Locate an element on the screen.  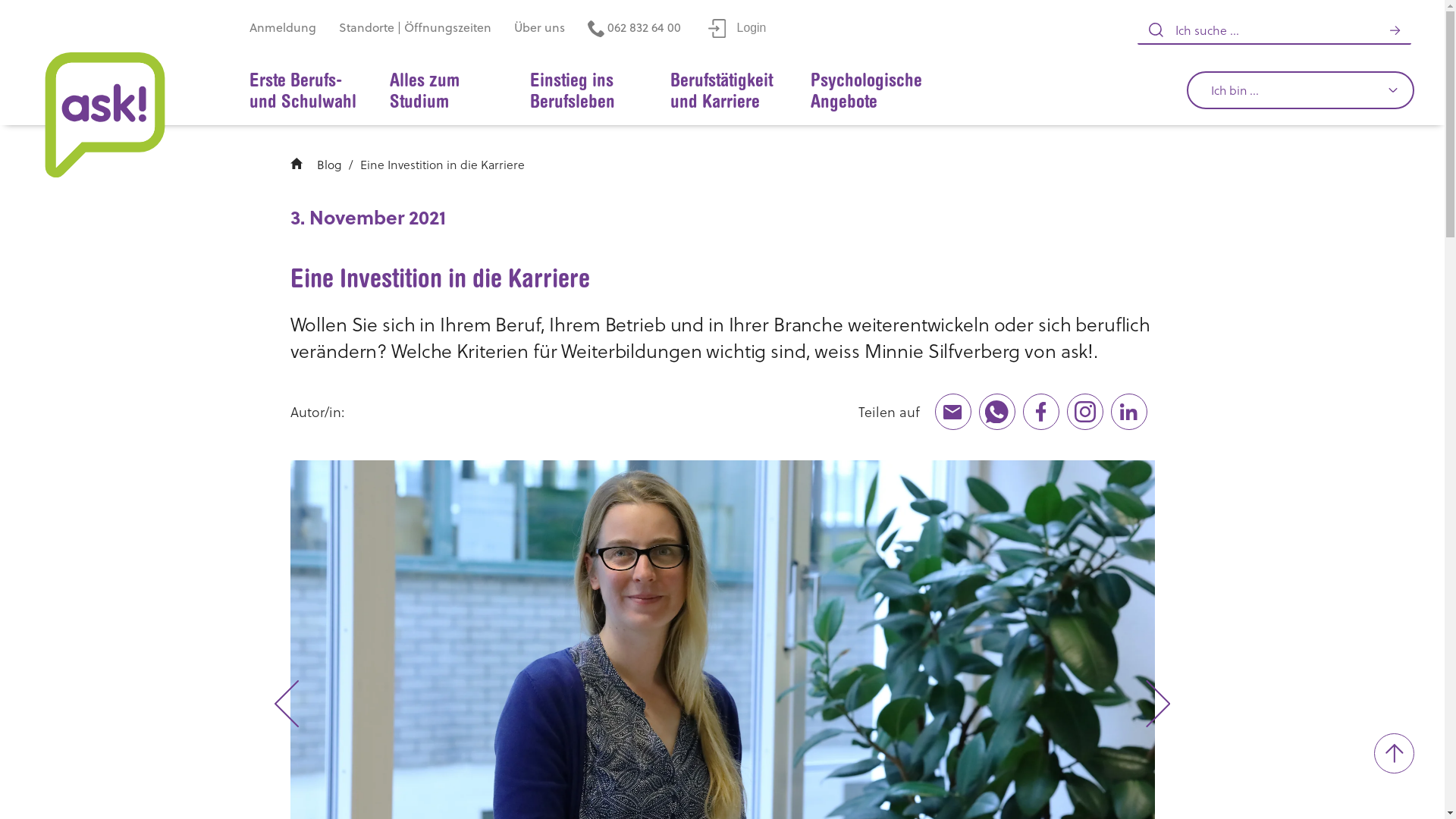
'Ich bin ...' is located at coordinates (1299, 90).